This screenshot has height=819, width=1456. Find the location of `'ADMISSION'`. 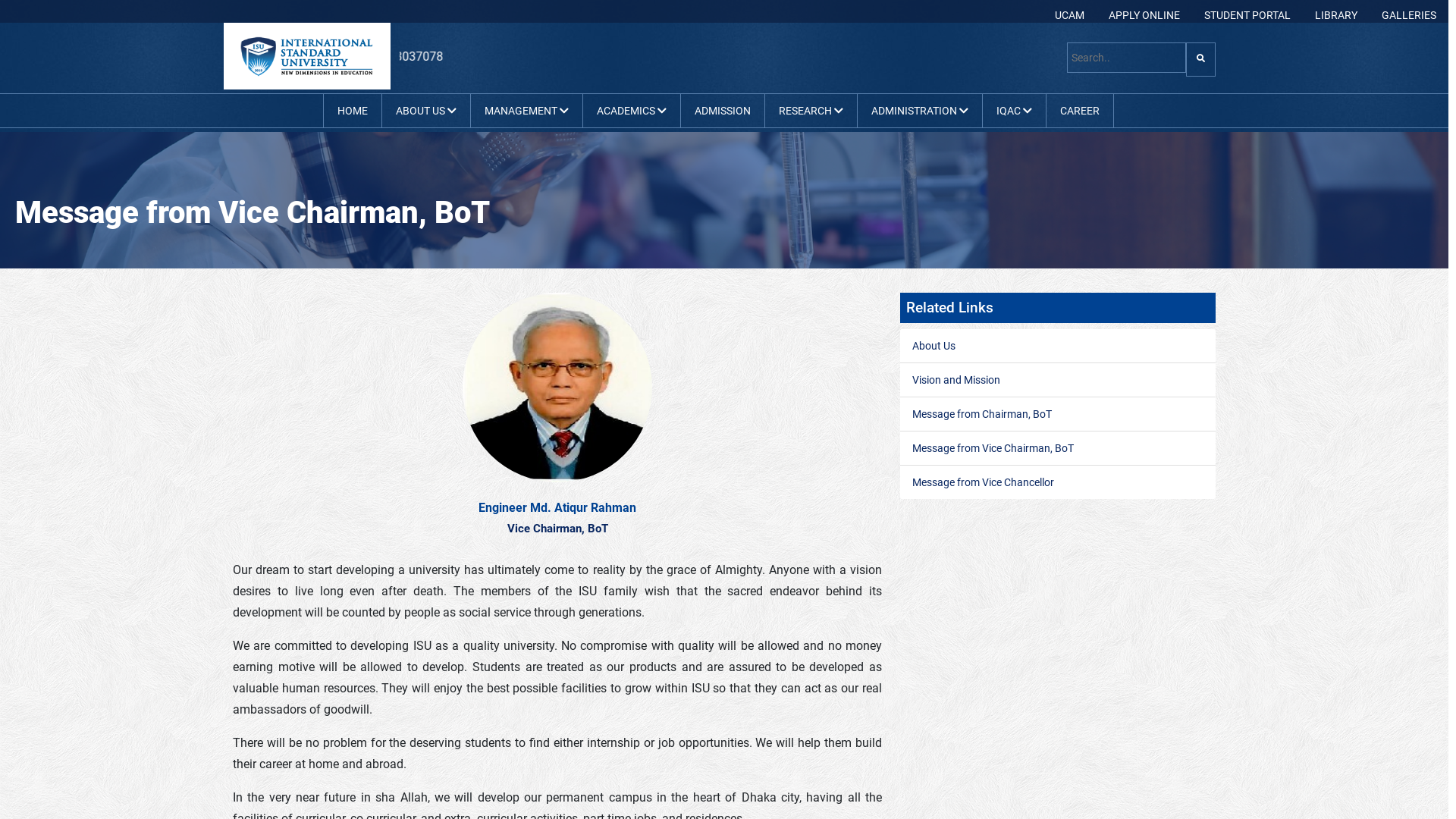

'ADMISSION' is located at coordinates (687, 110).